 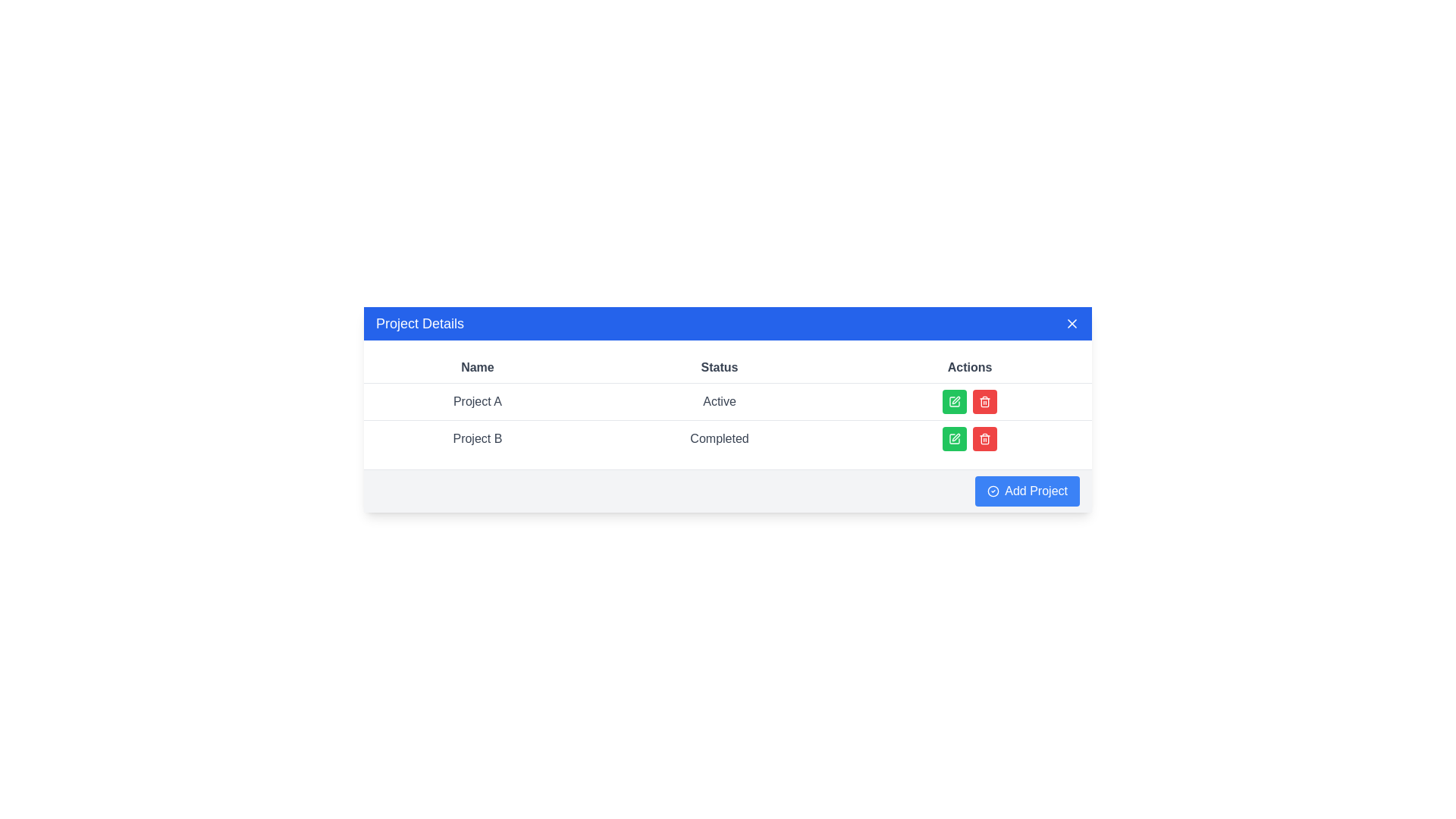 I want to click on the delete button with a trash bin icon, which has a red background and is located in the Actions column for 'Project B', so click(x=985, y=438).